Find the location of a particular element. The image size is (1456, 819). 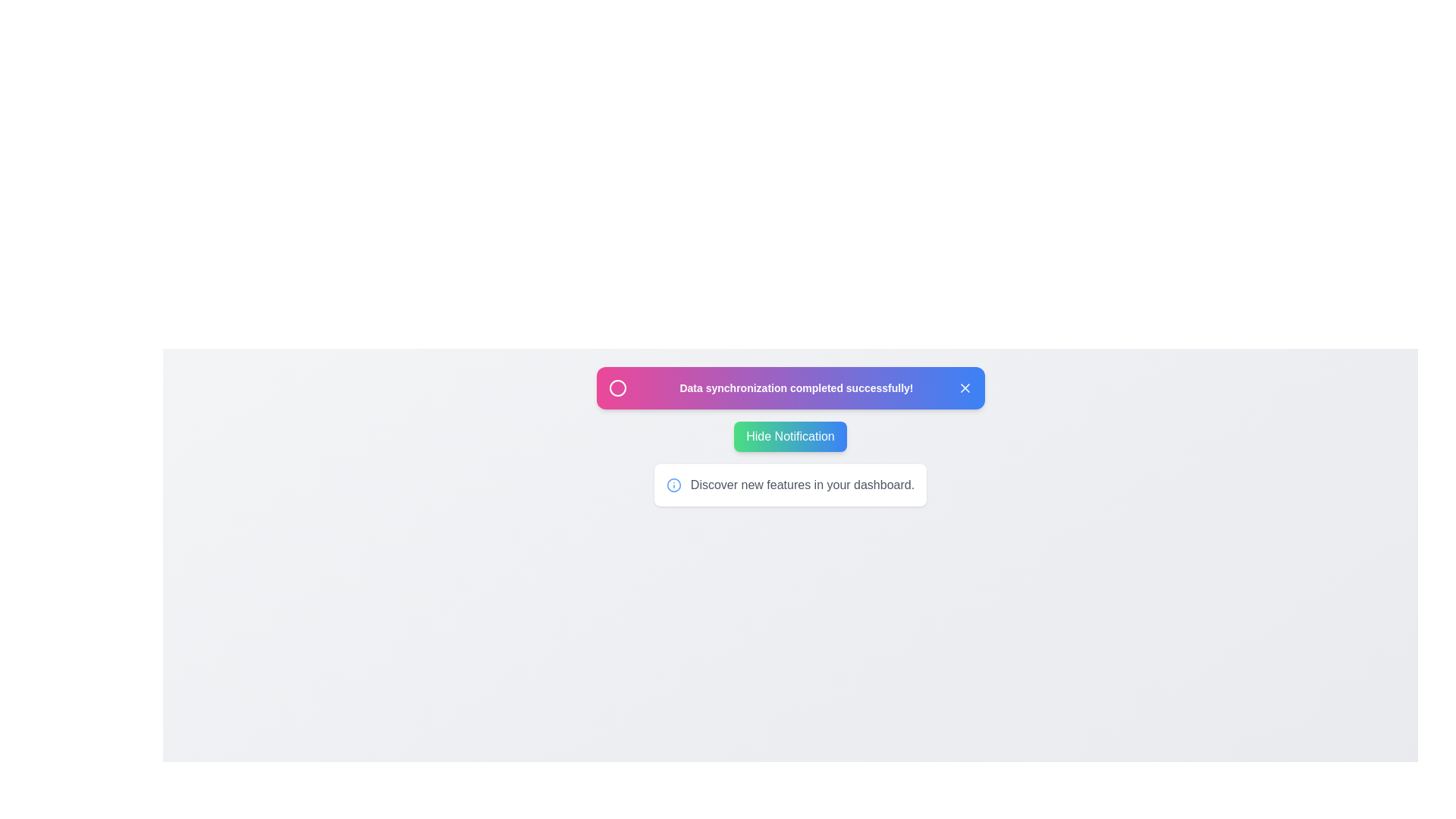

the button Close Notification to observe its hover effect is located at coordinates (964, 388).